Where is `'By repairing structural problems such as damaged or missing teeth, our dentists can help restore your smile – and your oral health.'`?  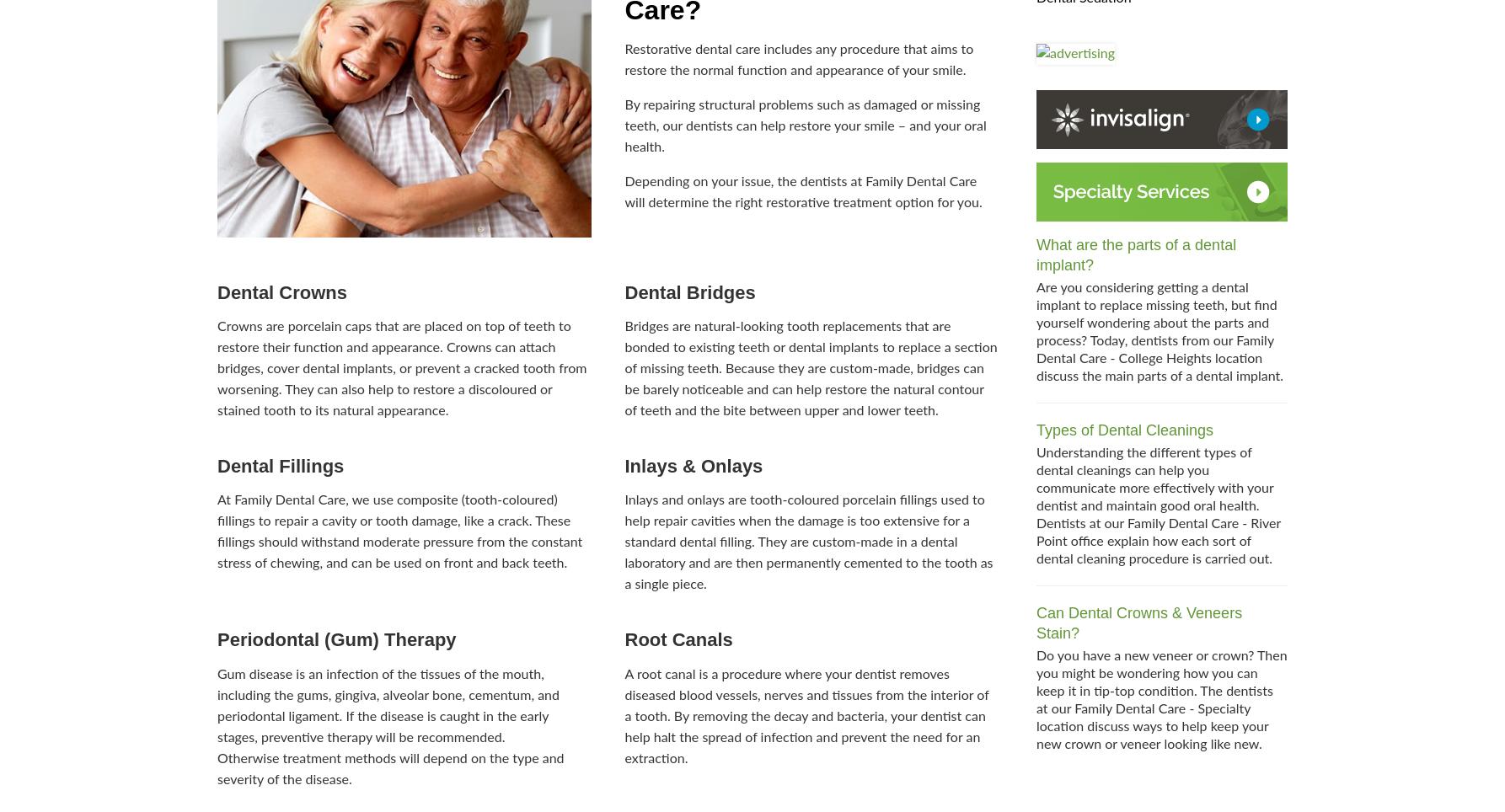 'By repairing structural problems such as damaged or missing teeth, our dentists can help restore your smile – and your oral health.' is located at coordinates (805, 126).